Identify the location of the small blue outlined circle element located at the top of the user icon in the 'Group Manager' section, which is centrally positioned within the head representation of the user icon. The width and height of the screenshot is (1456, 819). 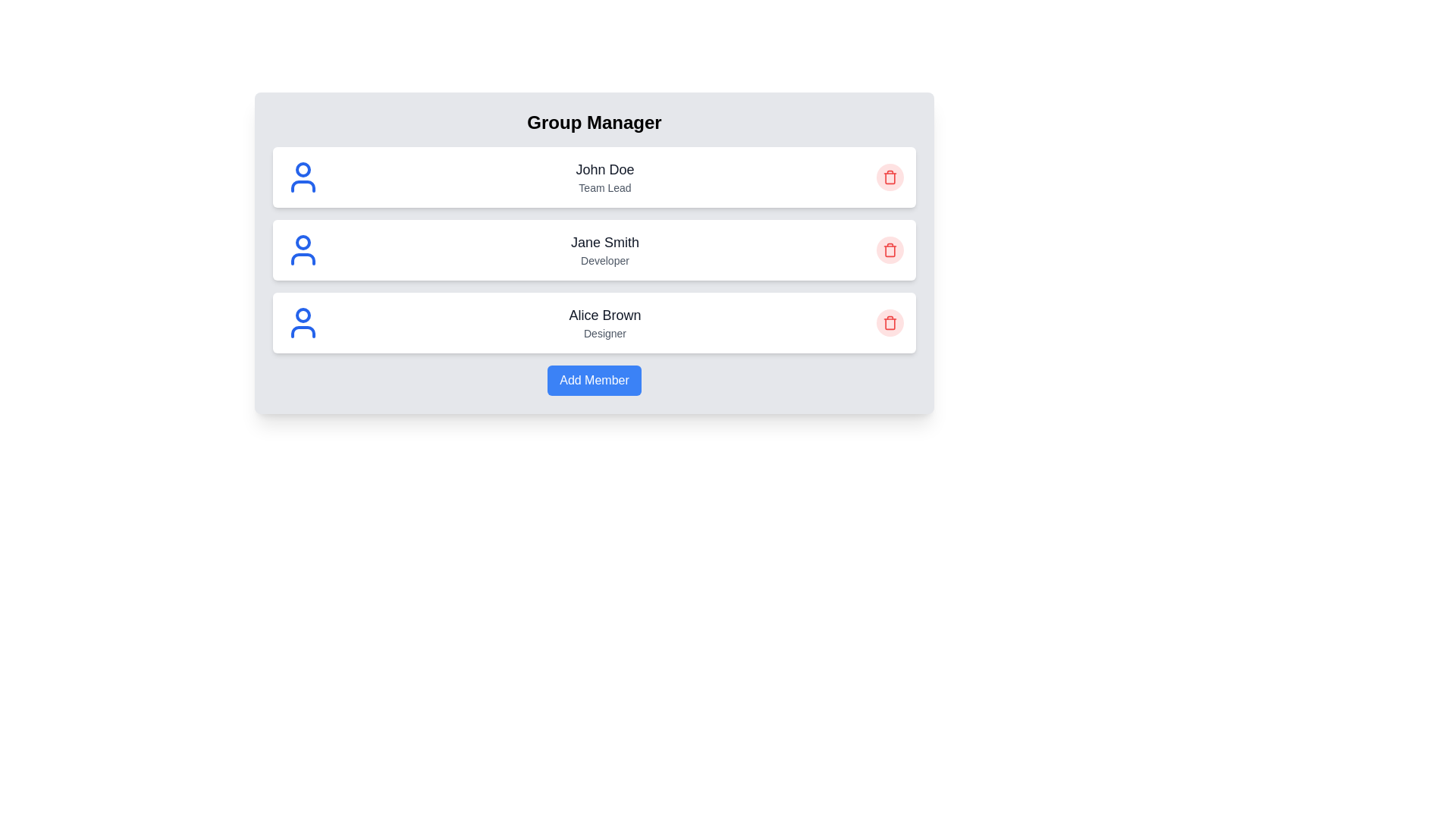
(303, 169).